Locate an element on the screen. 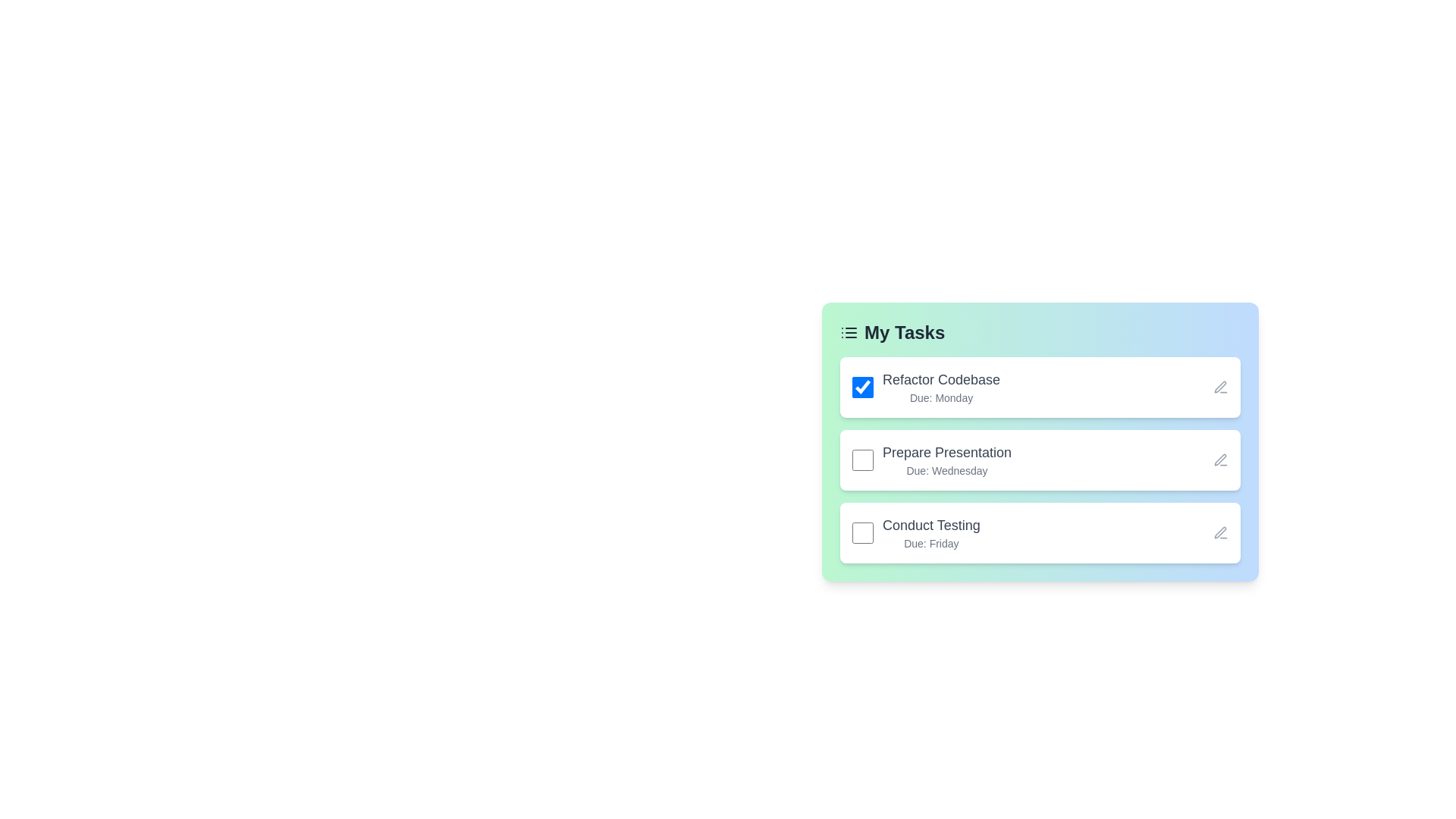 The image size is (1456, 819). the edit icon for the task titled 'Refactor Codebase' is located at coordinates (1220, 386).